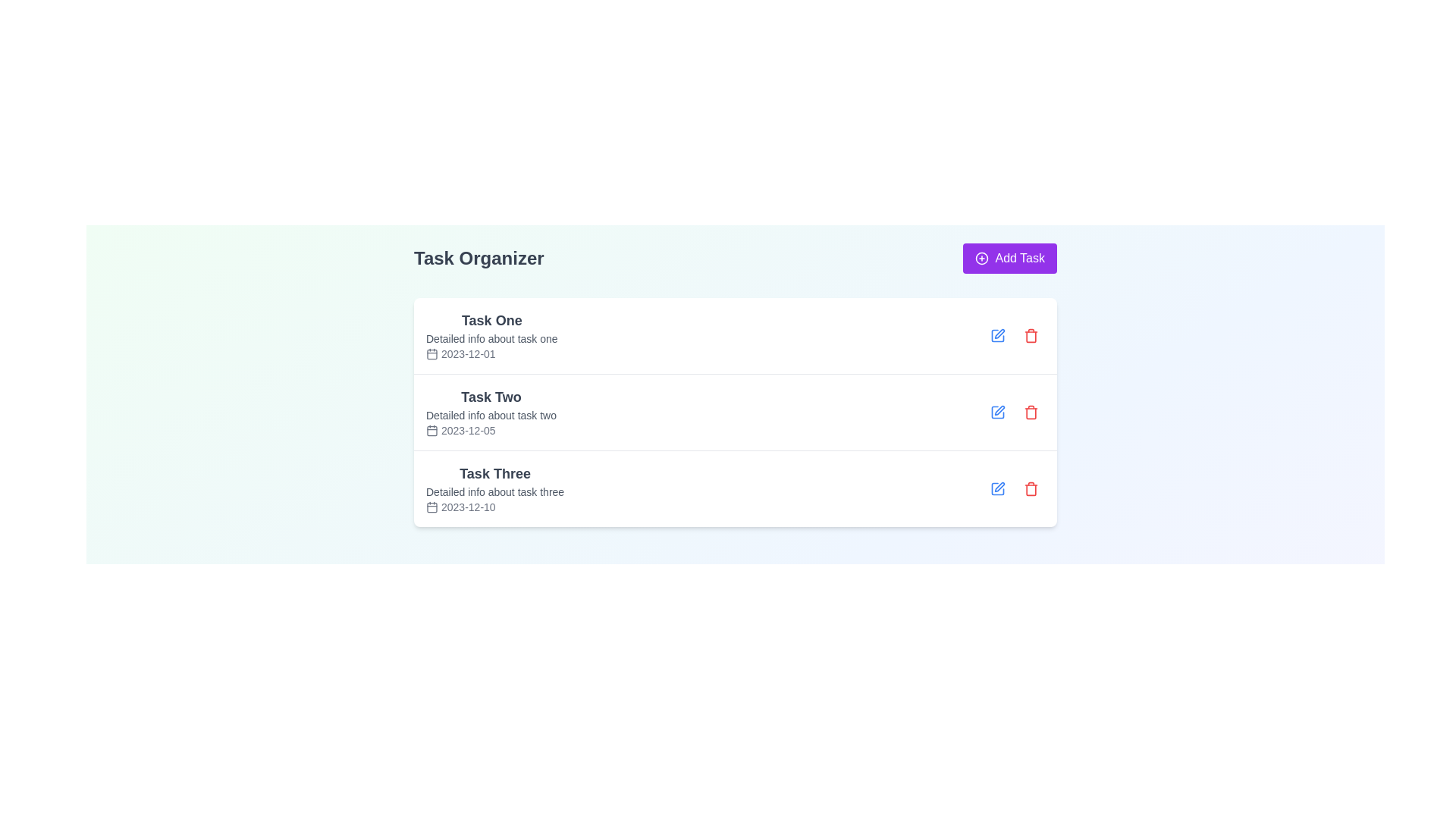 This screenshot has width=1456, height=819. I want to click on the third entry in the 'Task Organizer' section that provides information about 'Task Three', including its details and due date, so click(494, 488).